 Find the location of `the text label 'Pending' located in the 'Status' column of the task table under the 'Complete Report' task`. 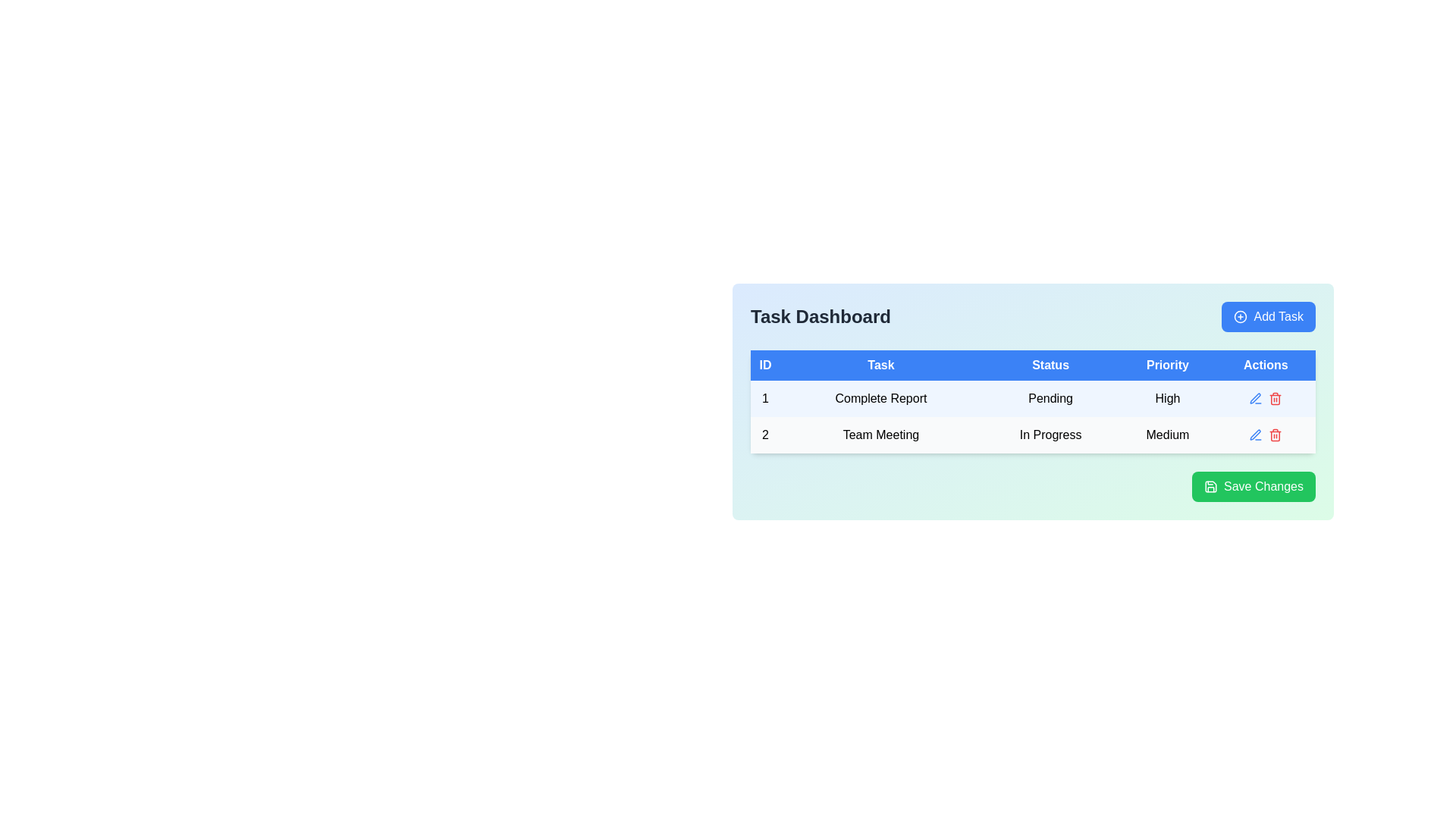

the text label 'Pending' located in the 'Status' column of the task table under the 'Complete Report' task is located at coordinates (1032, 400).